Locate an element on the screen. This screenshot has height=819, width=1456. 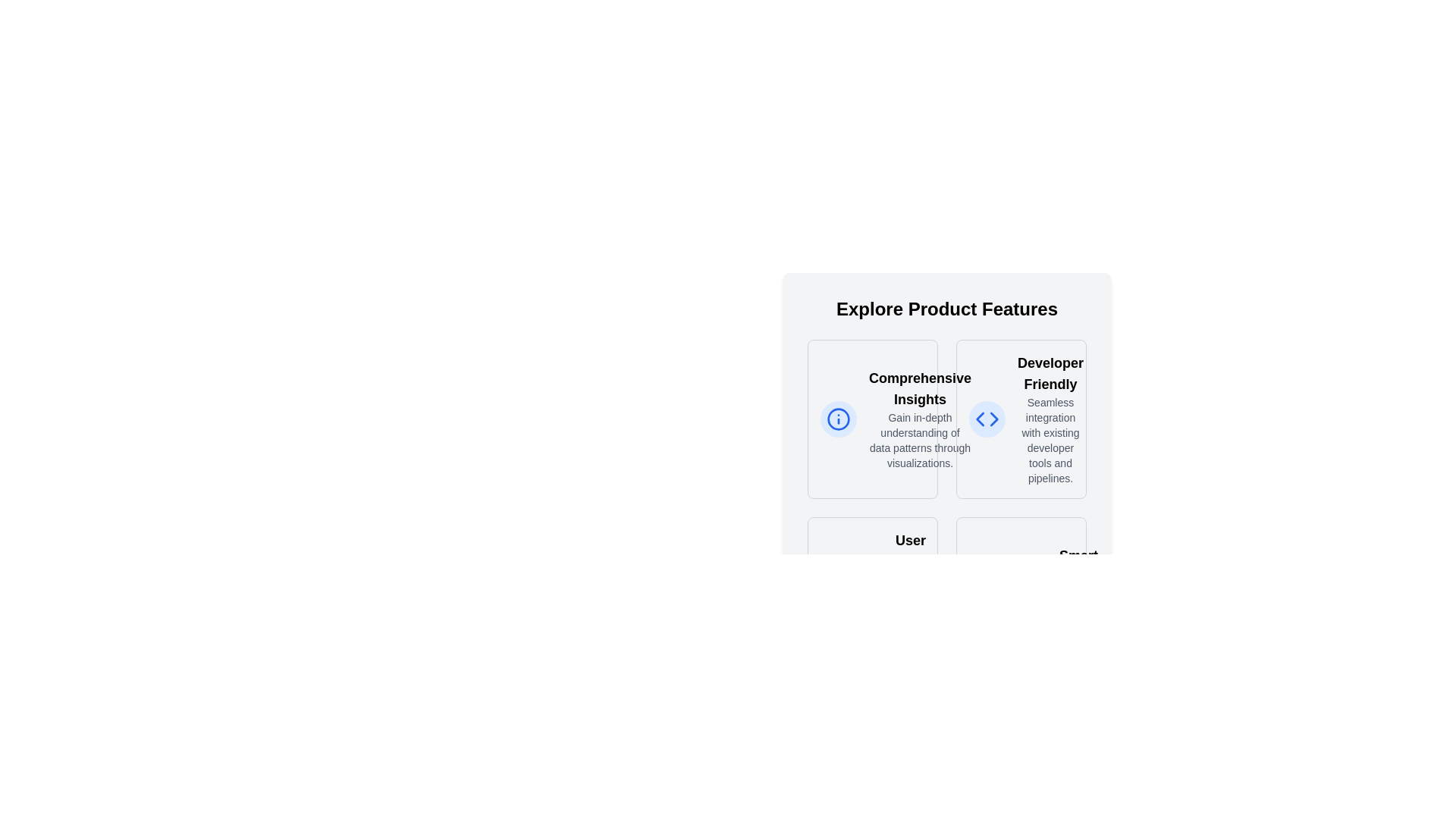
the large, bold heading text 'Explore Product Features' which is centered at the top of its section, styled in black font within a light gray rounded rectangle is located at coordinates (946, 309).